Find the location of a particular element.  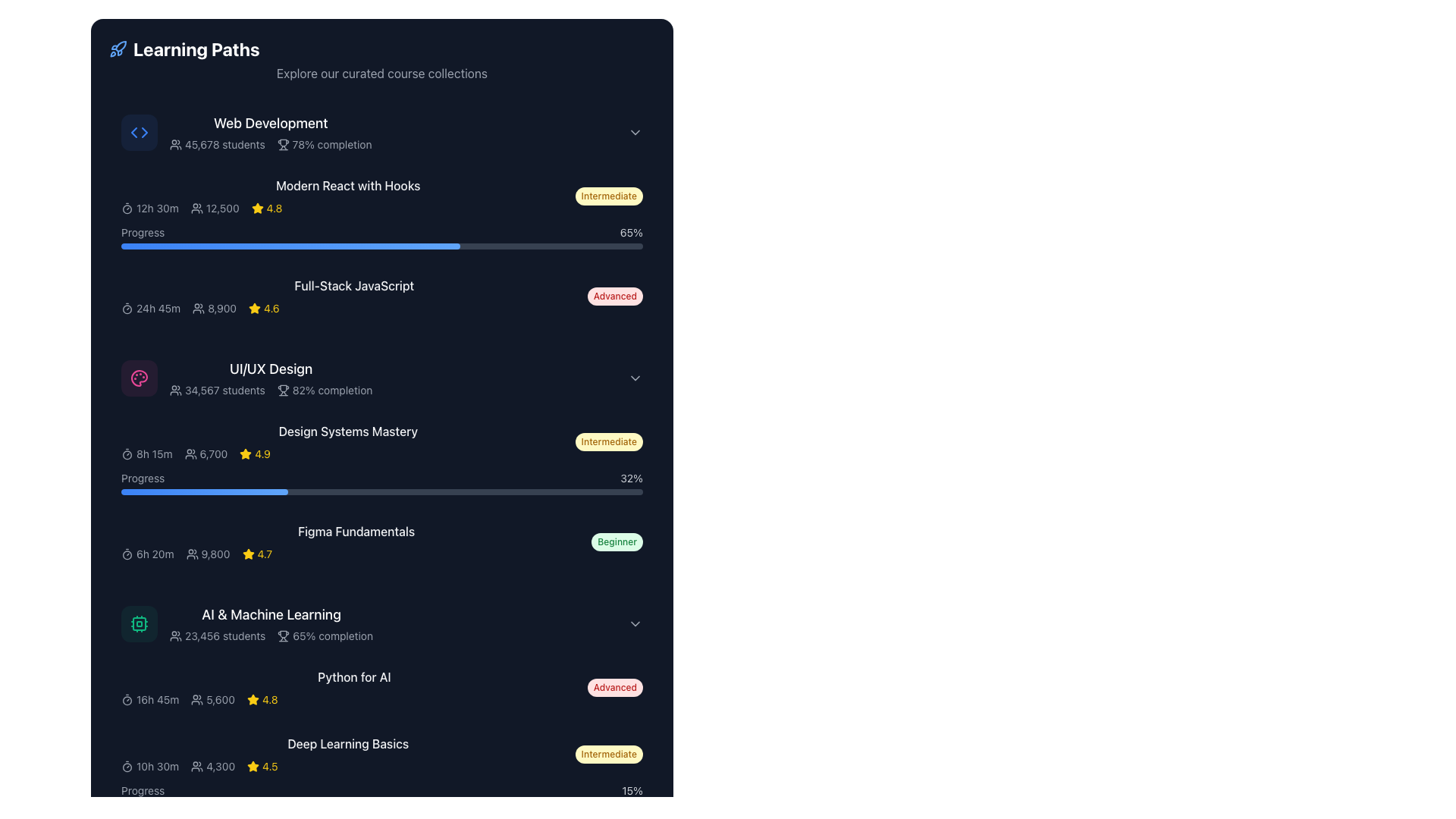

the display text showing 'Progress' with the percentage '15%' for the 'Deep Learning Basics' item in the Learning Paths interface is located at coordinates (382, 789).